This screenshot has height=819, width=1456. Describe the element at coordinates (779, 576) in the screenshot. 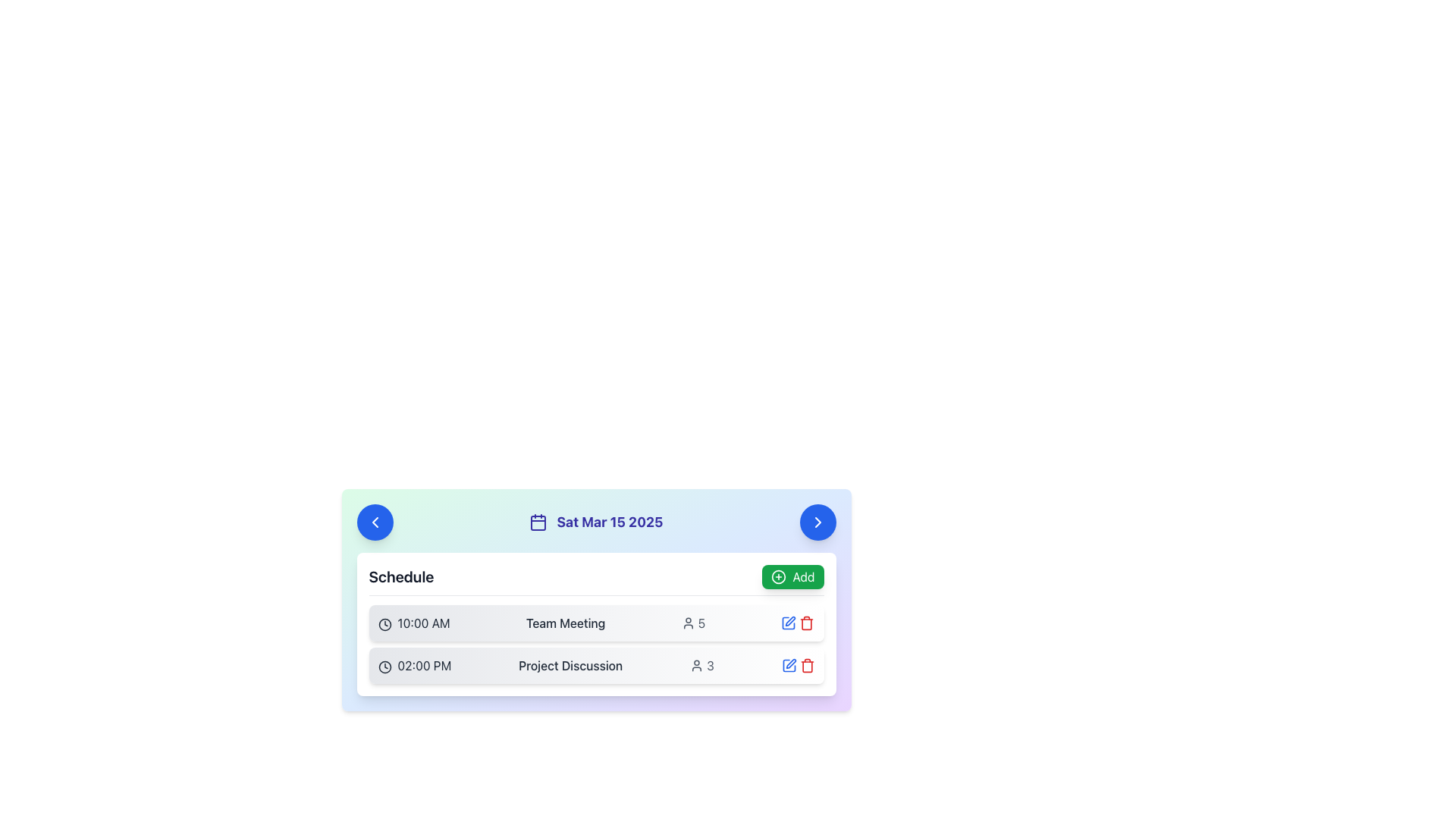

I see `attention on the circular 'Add' graphic element` at that location.